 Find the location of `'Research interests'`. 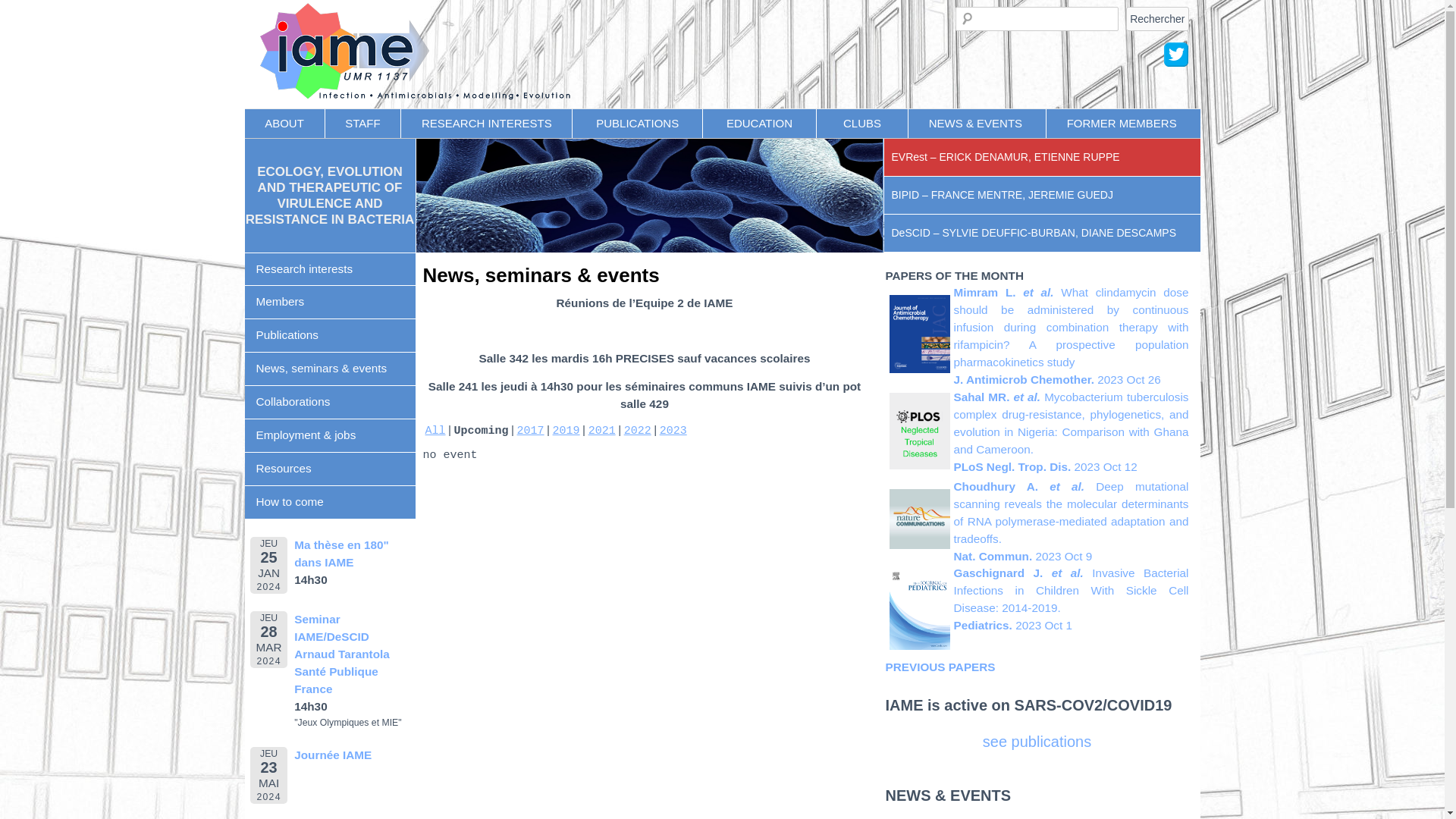

'Research interests' is located at coordinates (328, 268).